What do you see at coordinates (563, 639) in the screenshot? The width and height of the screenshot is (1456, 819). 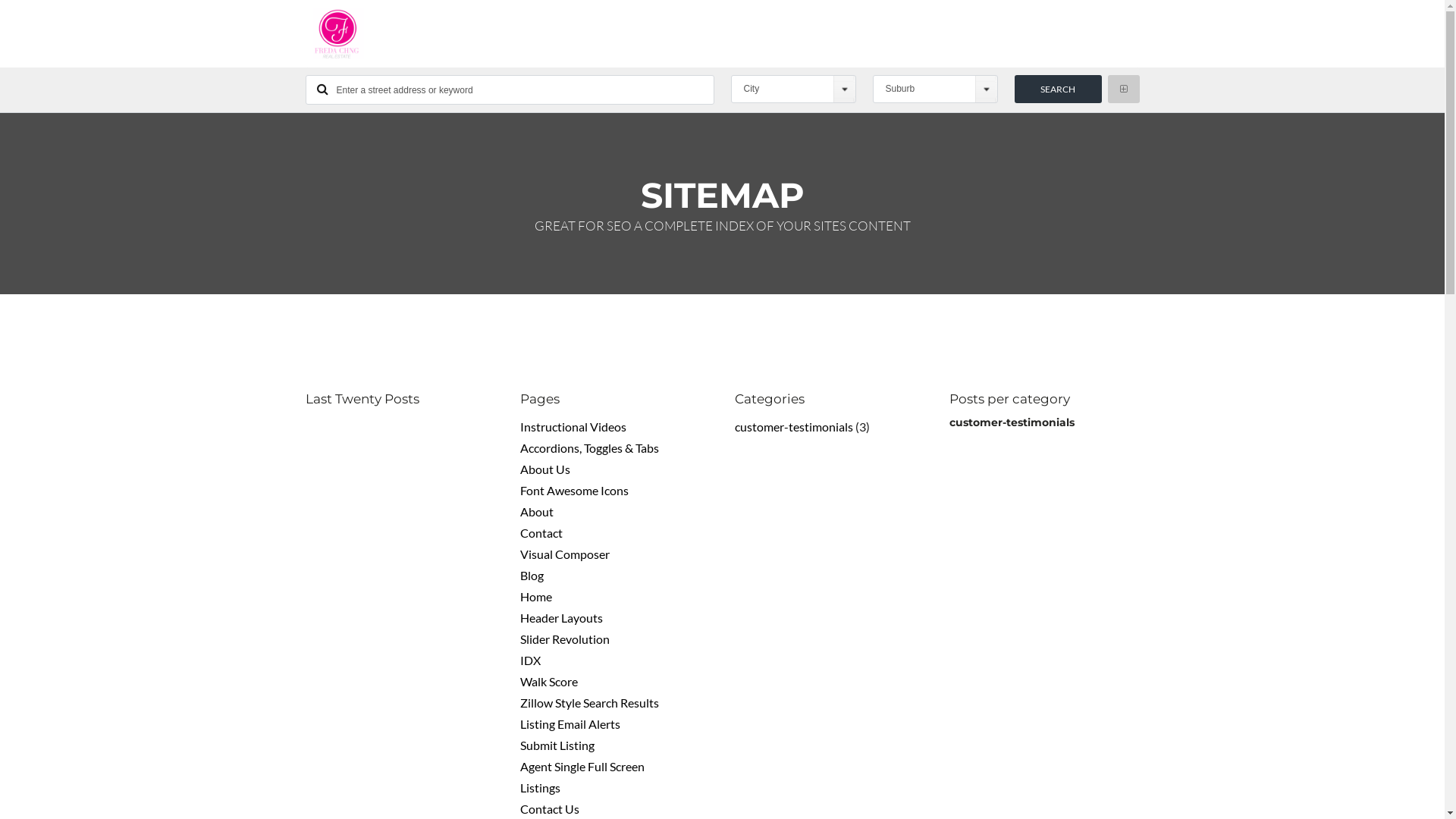 I see `'Slider Revolution'` at bounding box center [563, 639].